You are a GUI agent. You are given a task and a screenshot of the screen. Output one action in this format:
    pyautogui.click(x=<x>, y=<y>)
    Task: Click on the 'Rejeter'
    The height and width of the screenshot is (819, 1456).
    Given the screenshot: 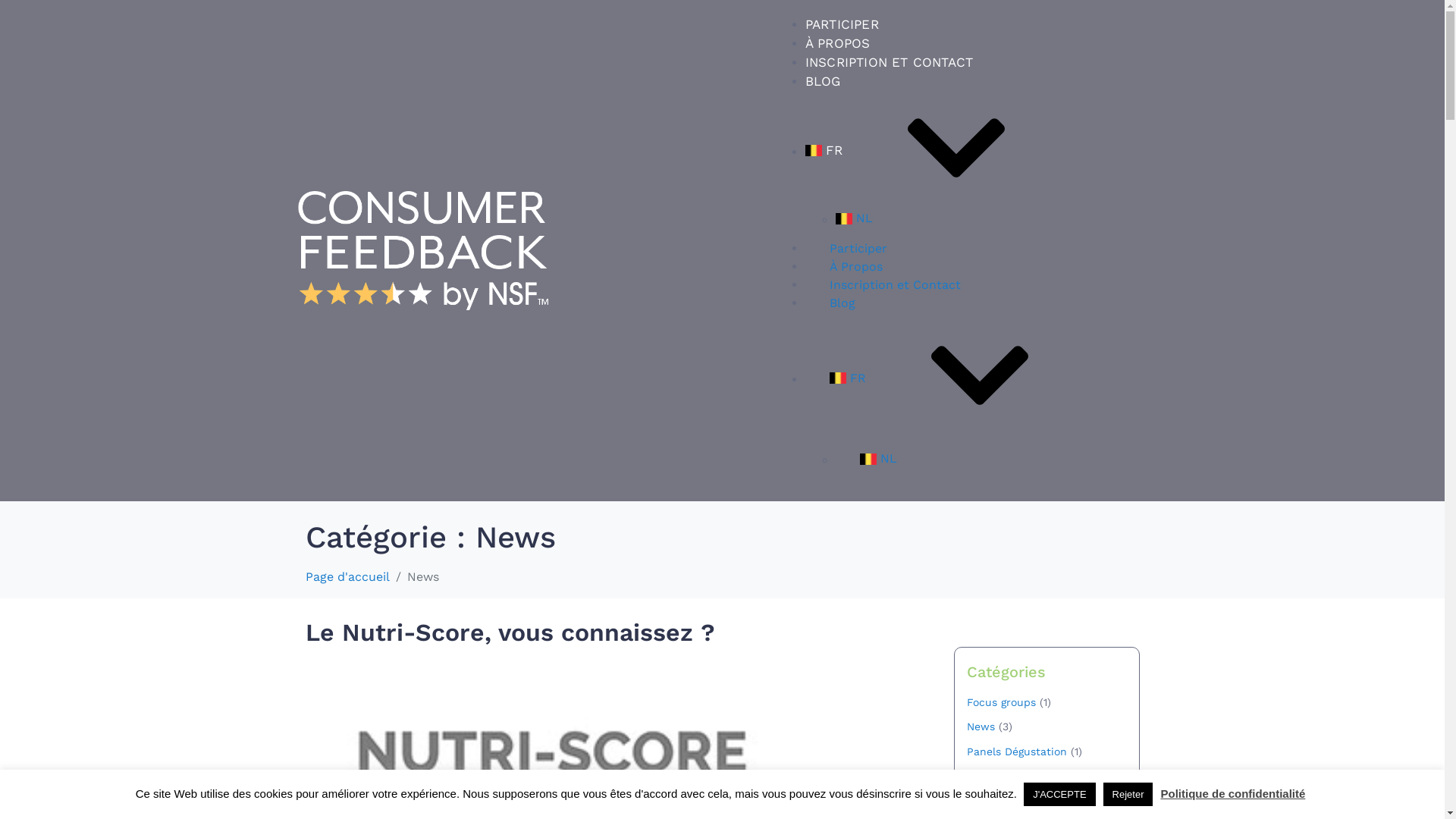 What is the action you would take?
    pyautogui.click(x=1128, y=793)
    